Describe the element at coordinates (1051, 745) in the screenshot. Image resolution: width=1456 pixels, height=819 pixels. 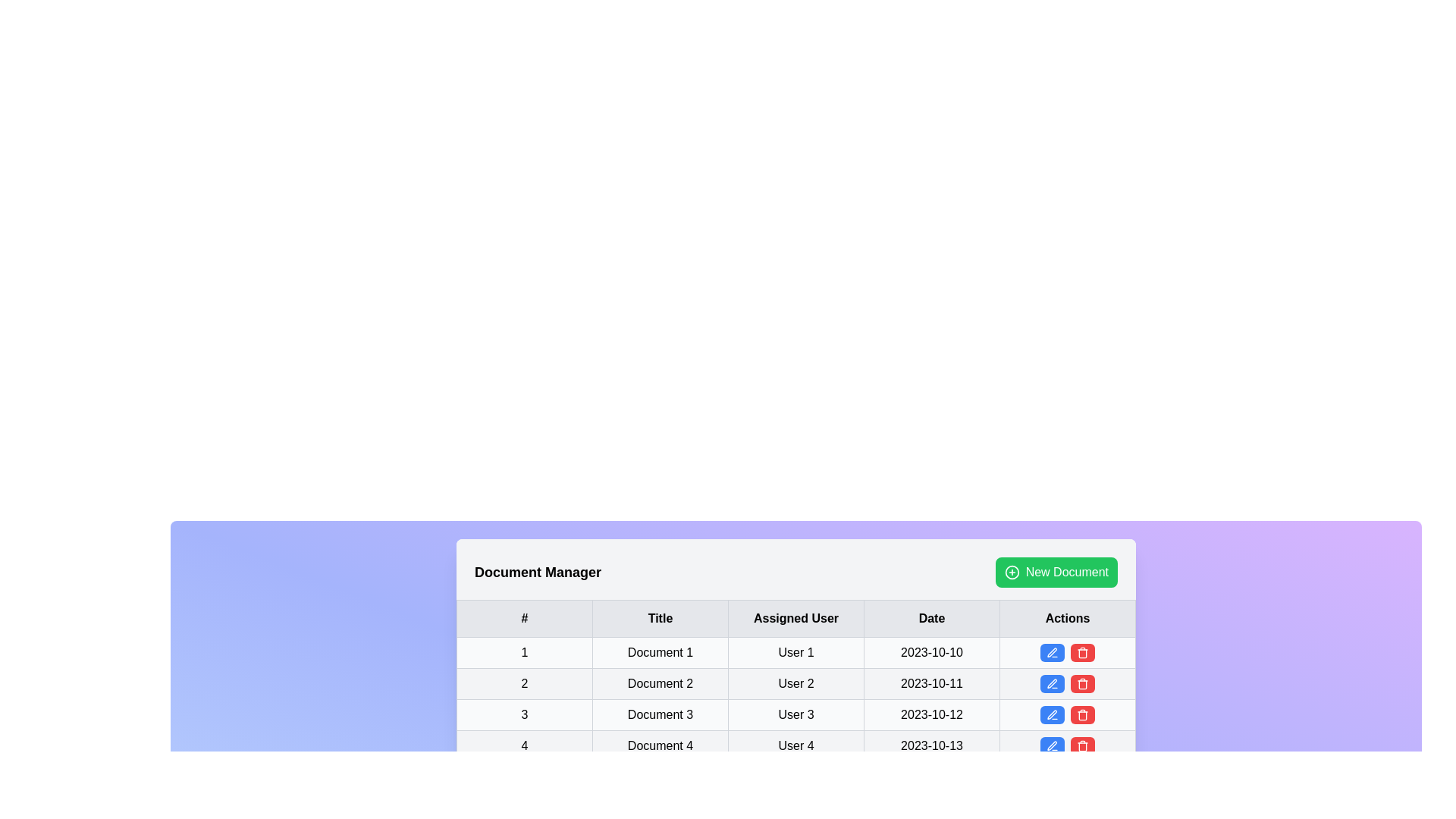
I see `the 'Edit' icon within the blue button located in the 'Actions' column of the fourth row of the table` at that location.